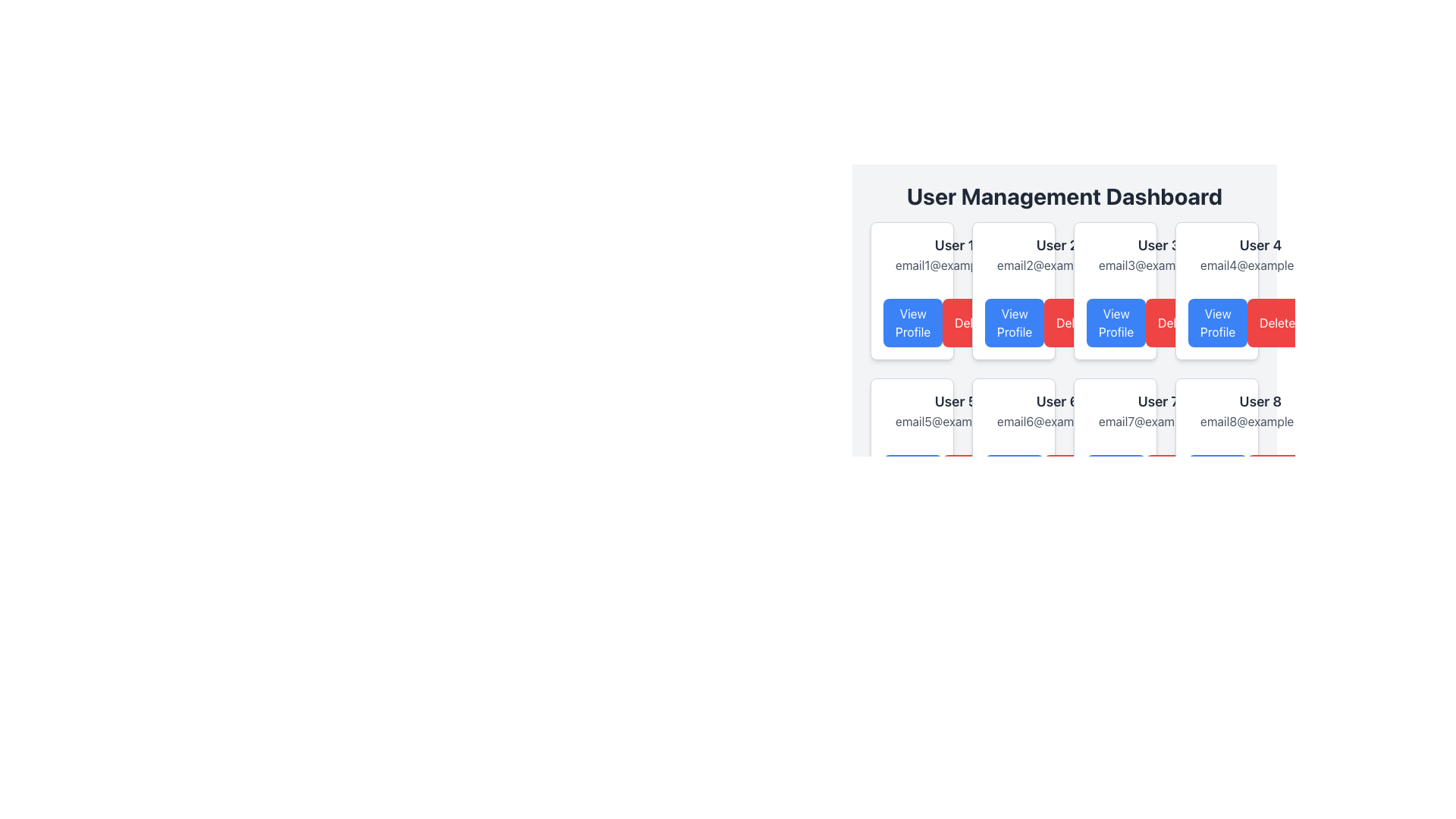  What do you see at coordinates (1158, 253) in the screenshot?
I see `the text display showing 'User 3' and their email address, which is styled with a large bold name and smaller grayed email, located in the user management dashboard grid layout` at bounding box center [1158, 253].